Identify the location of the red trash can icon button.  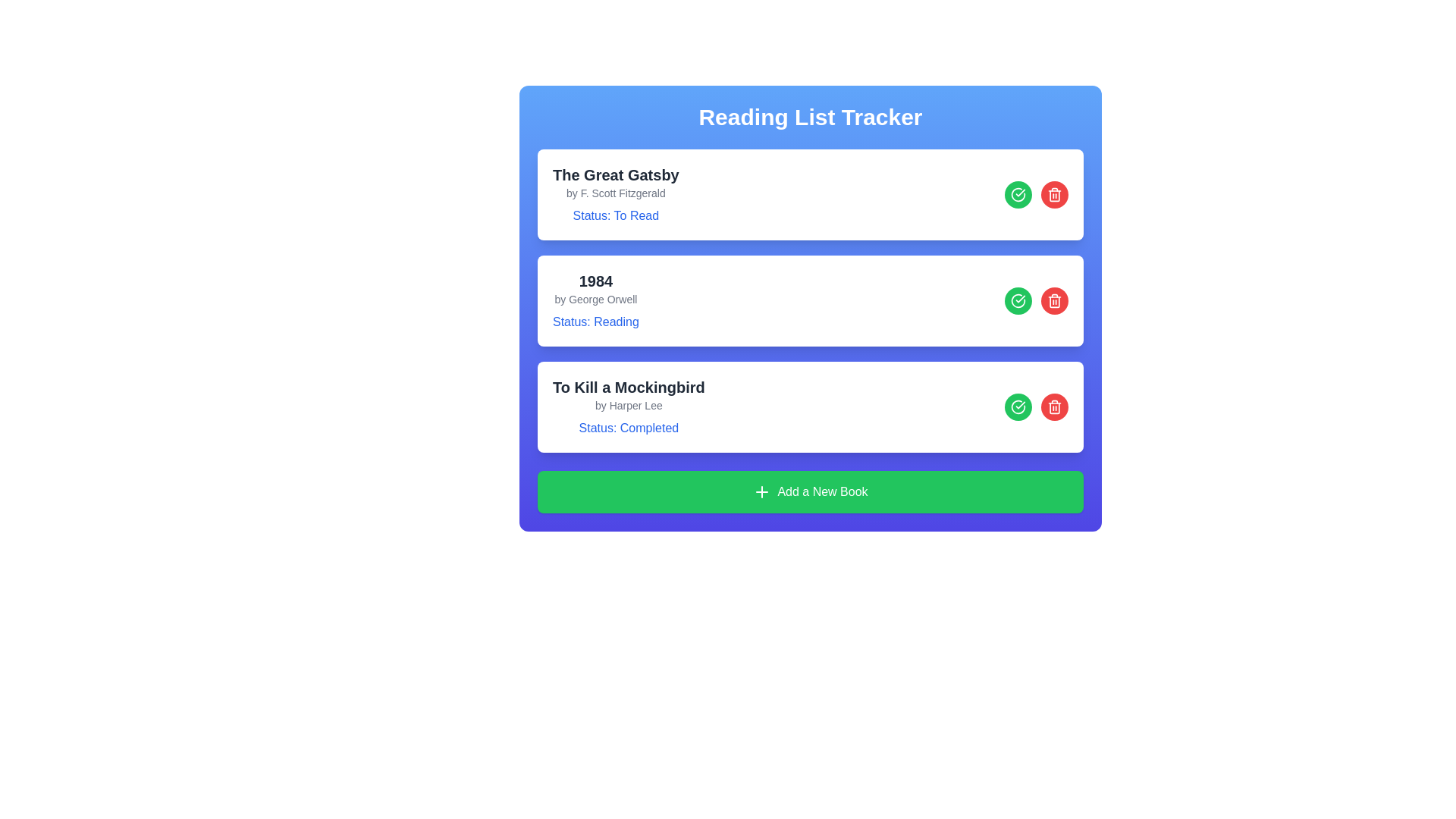
(1054, 301).